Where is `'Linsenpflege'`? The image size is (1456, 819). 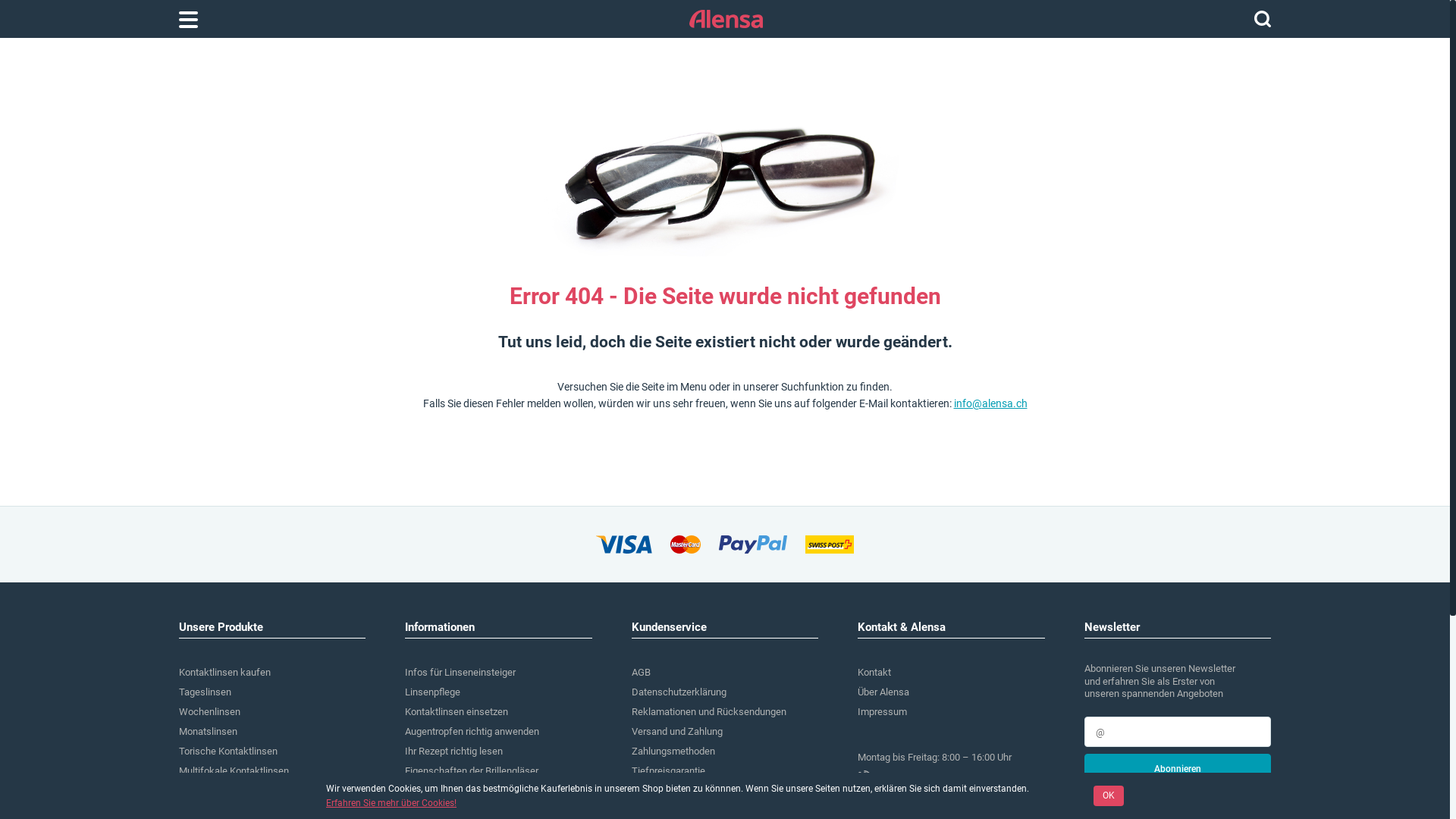
'Linsenpflege' is located at coordinates (431, 692).